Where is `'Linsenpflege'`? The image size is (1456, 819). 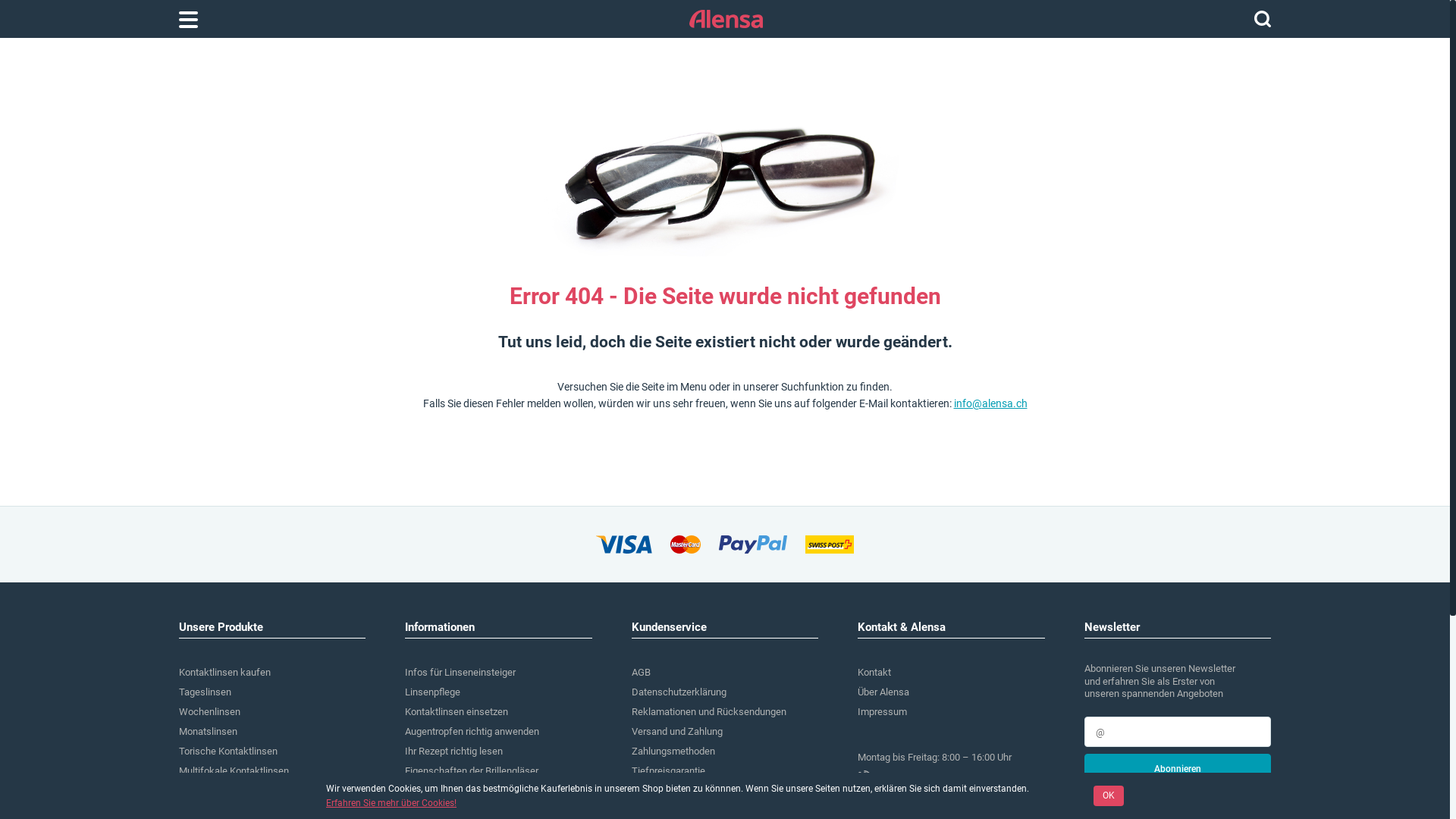
'Linsenpflege' is located at coordinates (431, 692).